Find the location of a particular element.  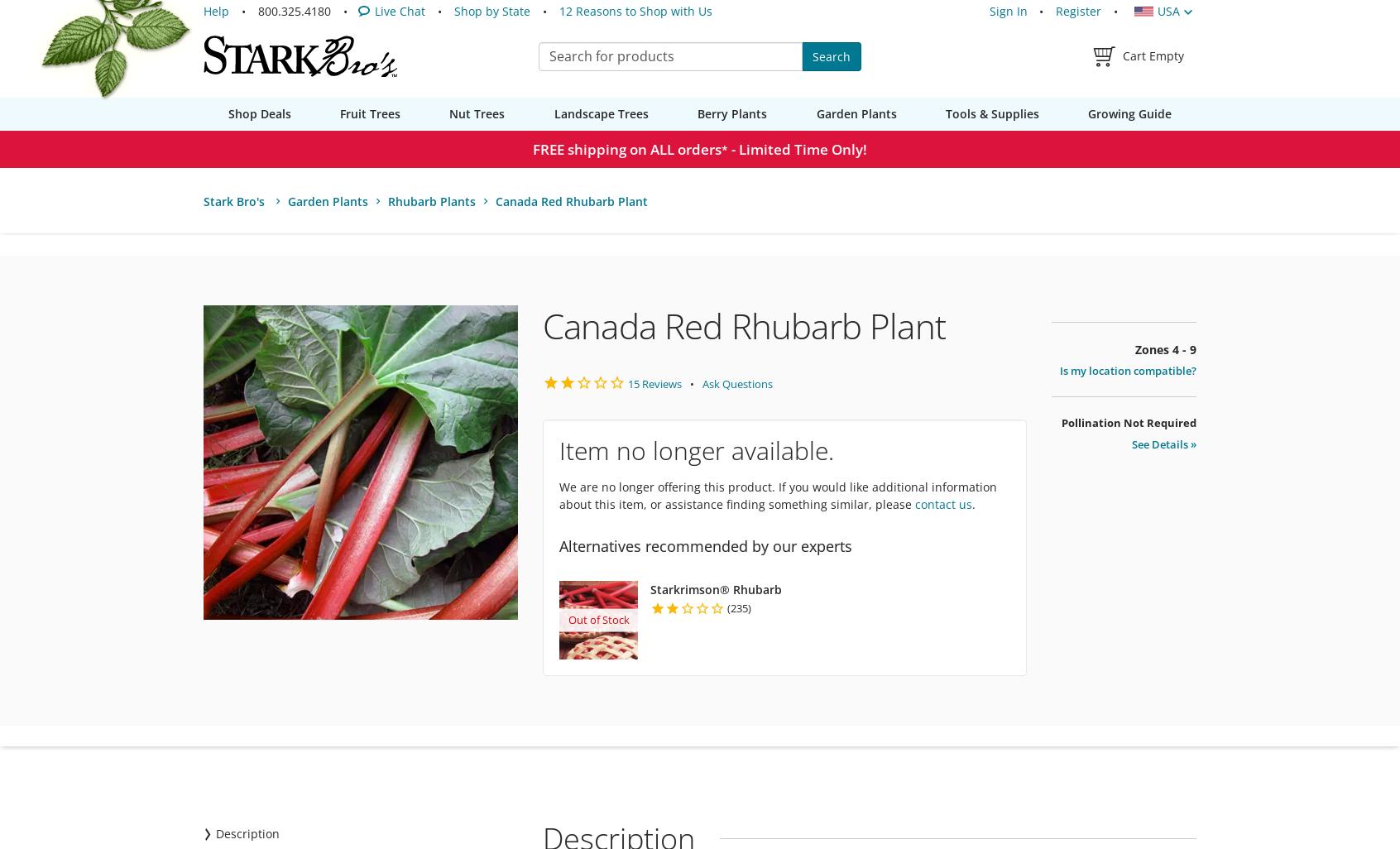

'See Details »' is located at coordinates (1164, 444).